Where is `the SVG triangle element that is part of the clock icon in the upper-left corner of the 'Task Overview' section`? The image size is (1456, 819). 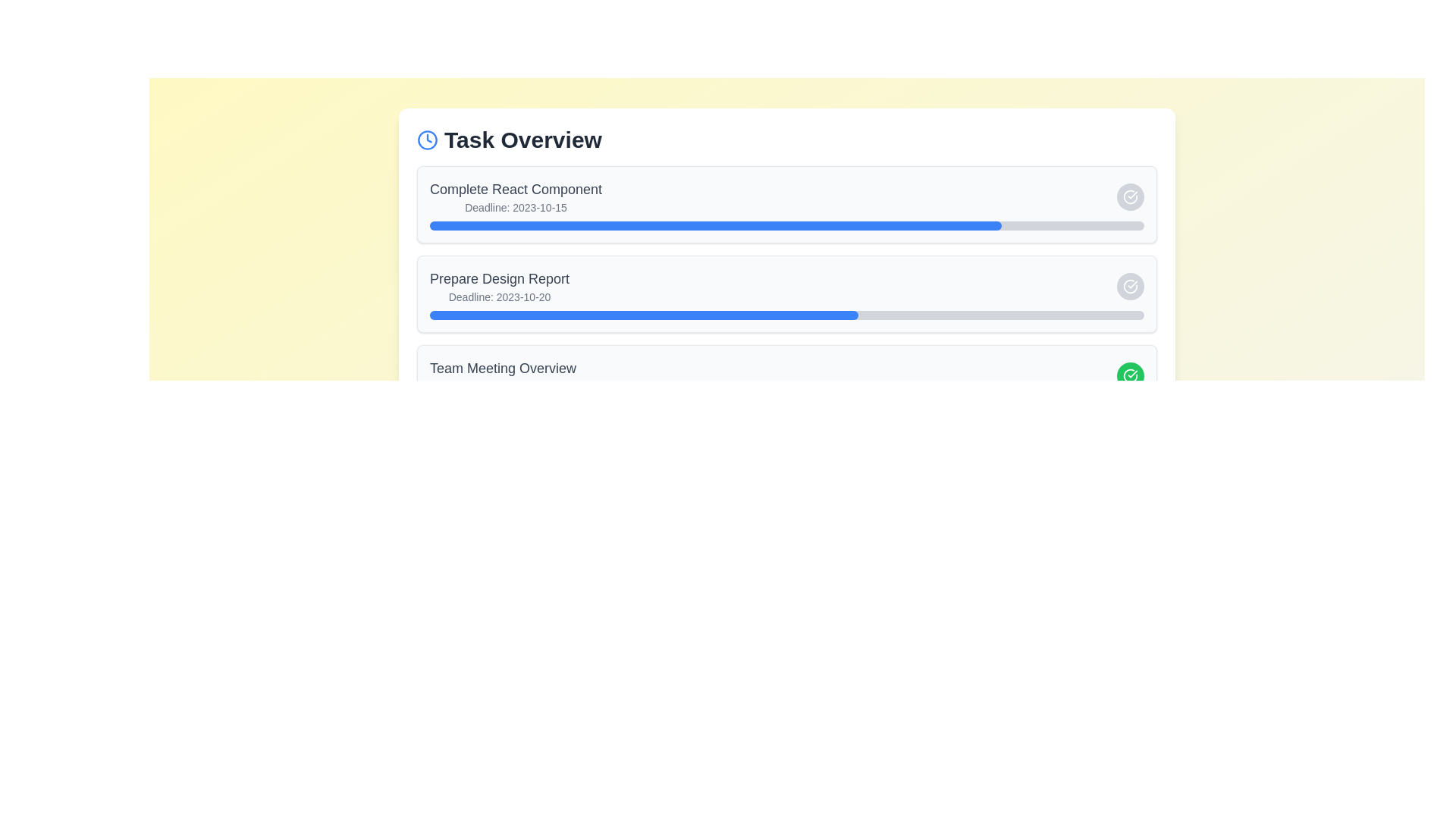 the SVG triangle element that is part of the clock icon in the upper-left corner of the 'Task Overview' section is located at coordinates (428, 138).